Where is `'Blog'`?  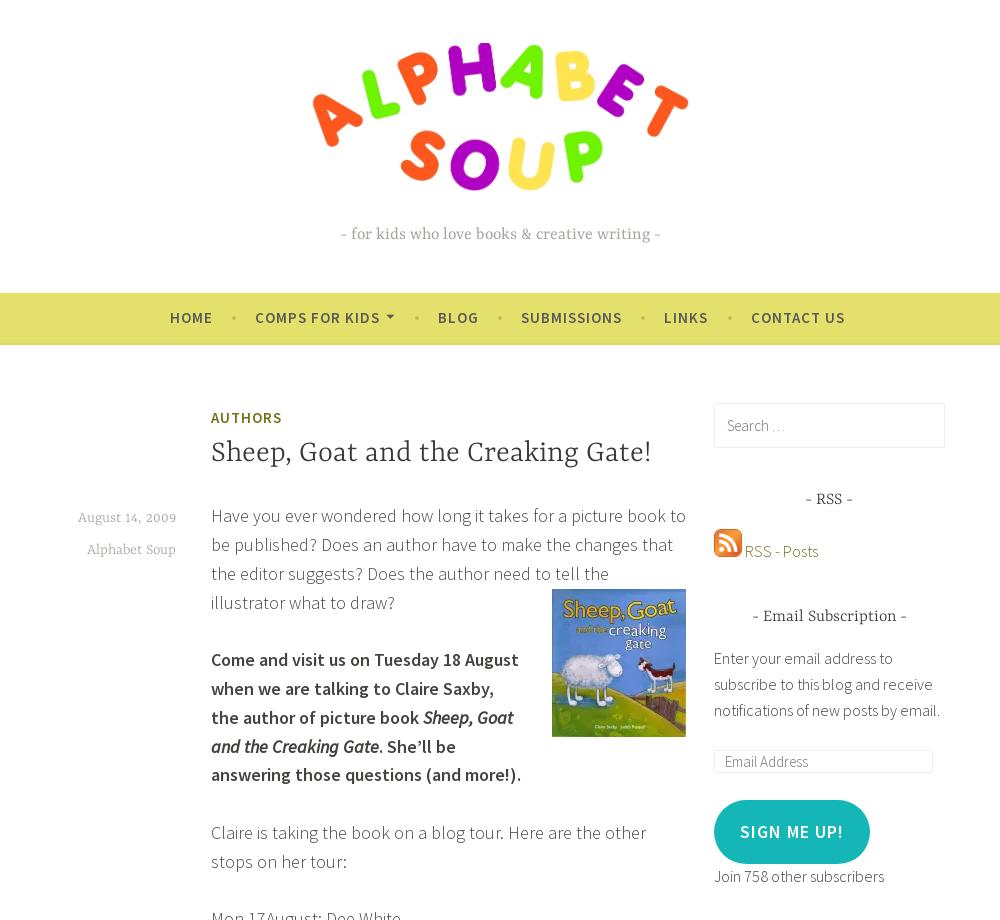 'Blog' is located at coordinates (456, 316).